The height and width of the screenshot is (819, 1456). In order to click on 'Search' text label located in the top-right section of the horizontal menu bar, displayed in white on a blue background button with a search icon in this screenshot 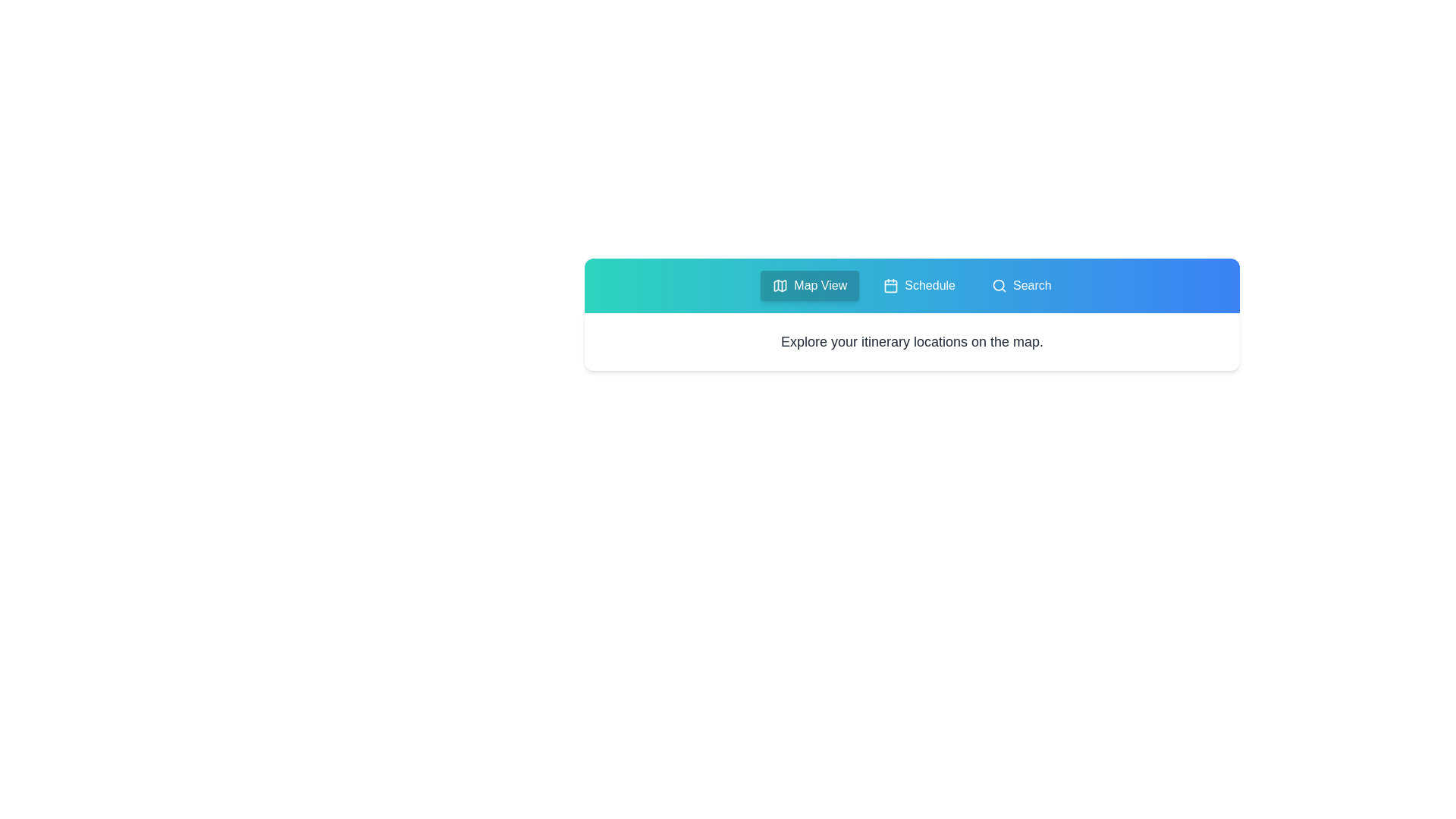, I will do `click(1031, 286)`.